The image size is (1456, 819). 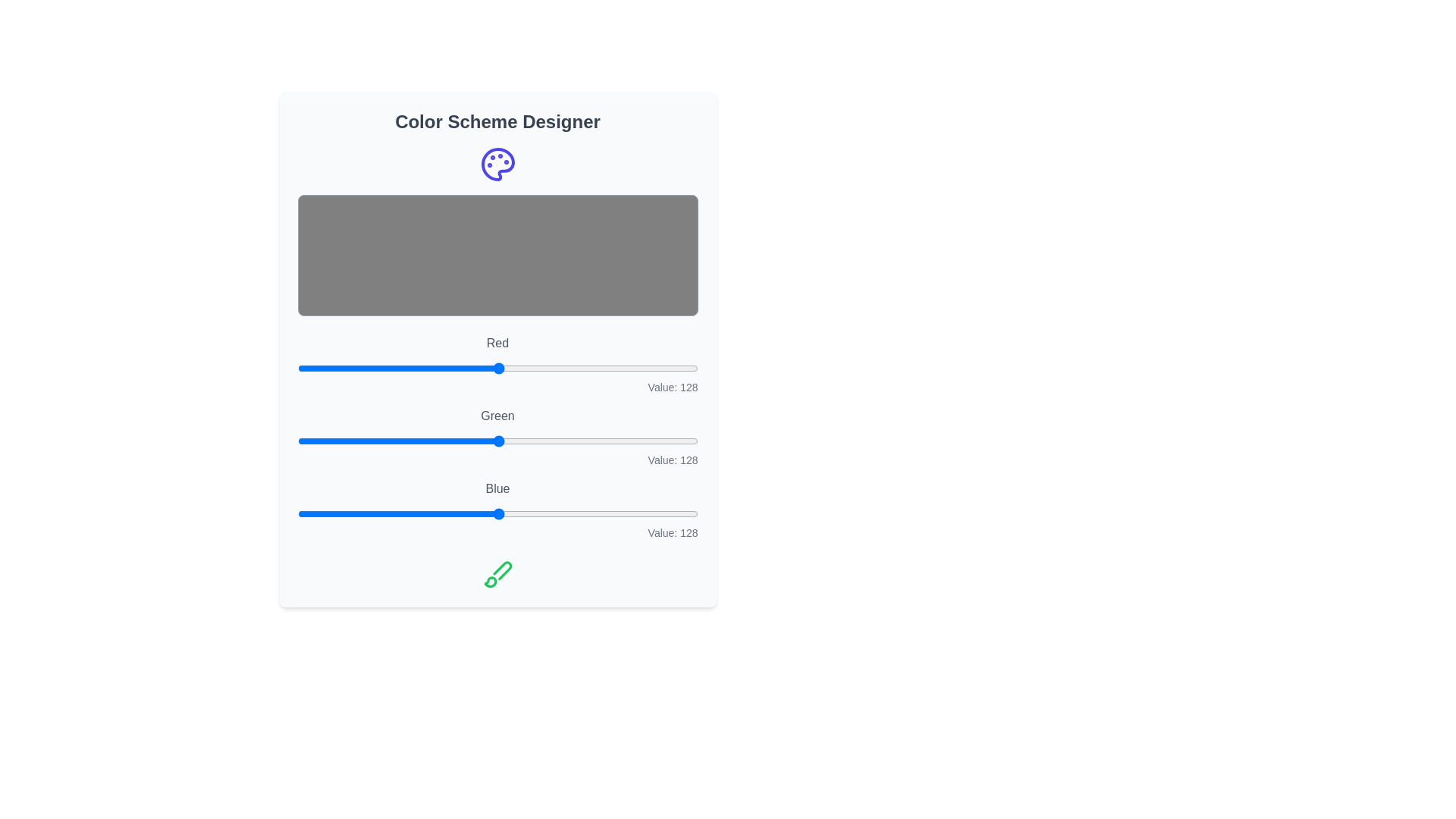 What do you see at coordinates (552, 513) in the screenshot?
I see `the blue color value` at bounding box center [552, 513].